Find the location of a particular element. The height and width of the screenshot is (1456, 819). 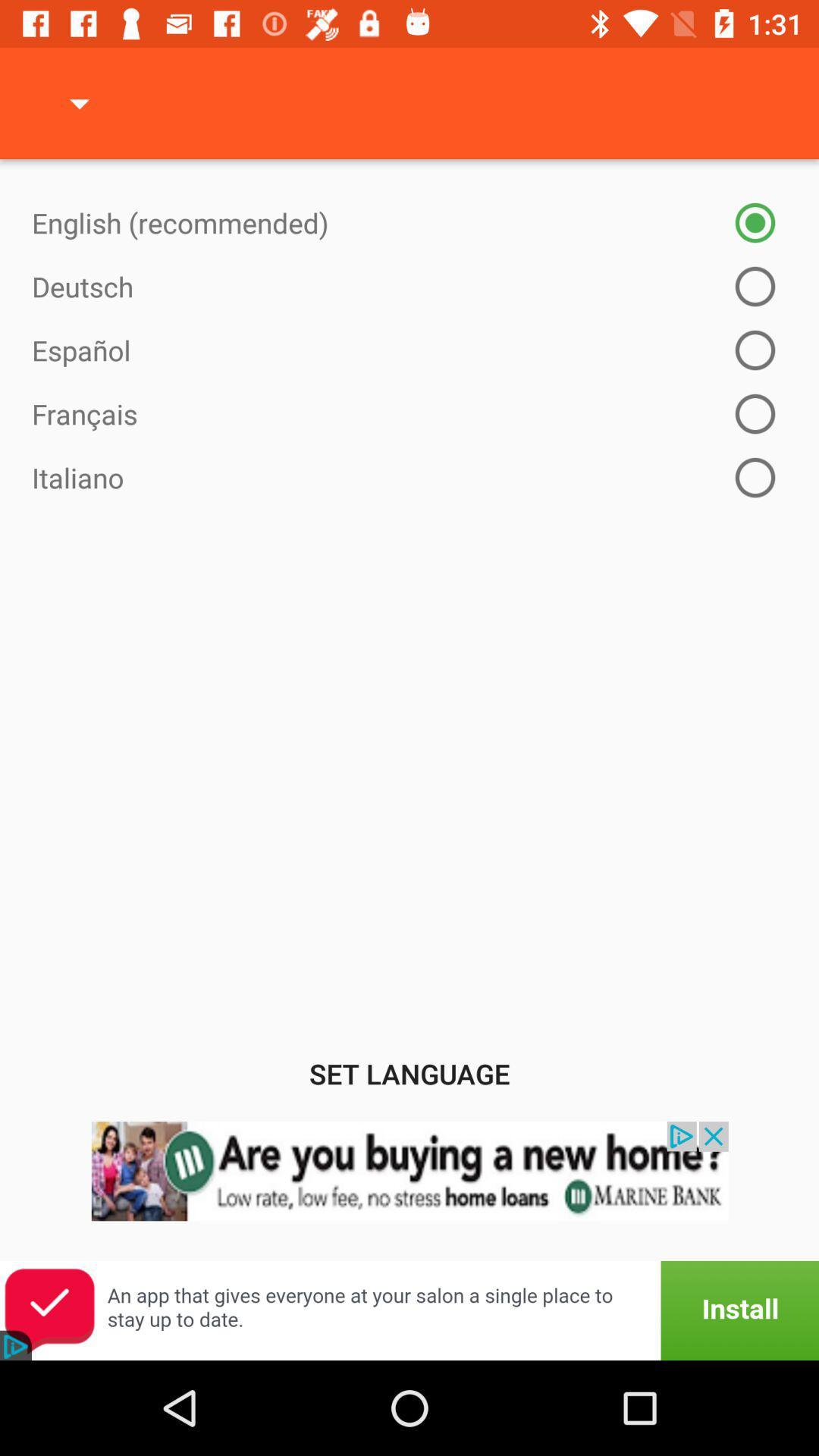

open an advertisements is located at coordinates (409, 1310).